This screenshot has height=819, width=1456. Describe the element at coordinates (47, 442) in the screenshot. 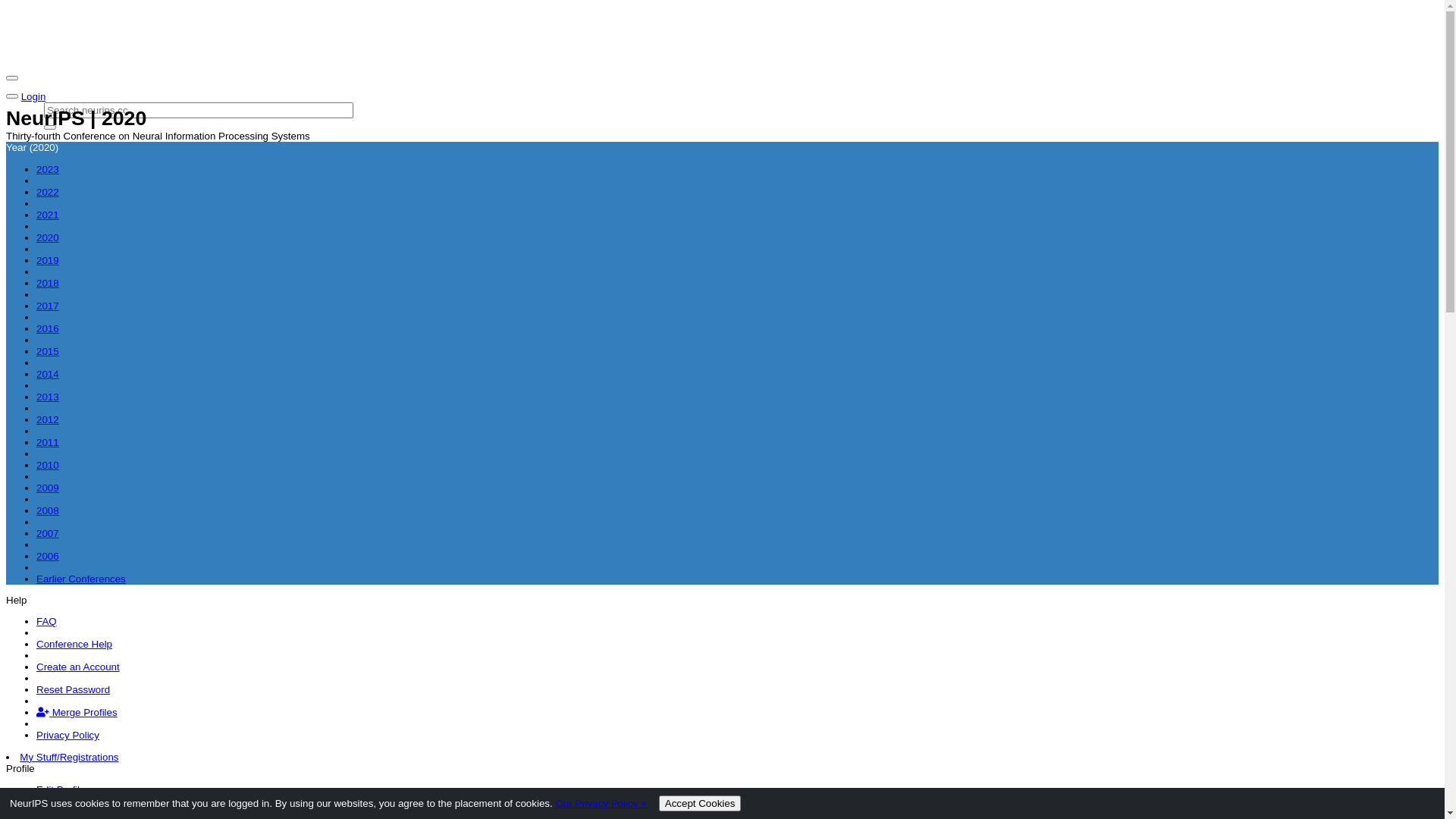

I see `'2011'` at that location.